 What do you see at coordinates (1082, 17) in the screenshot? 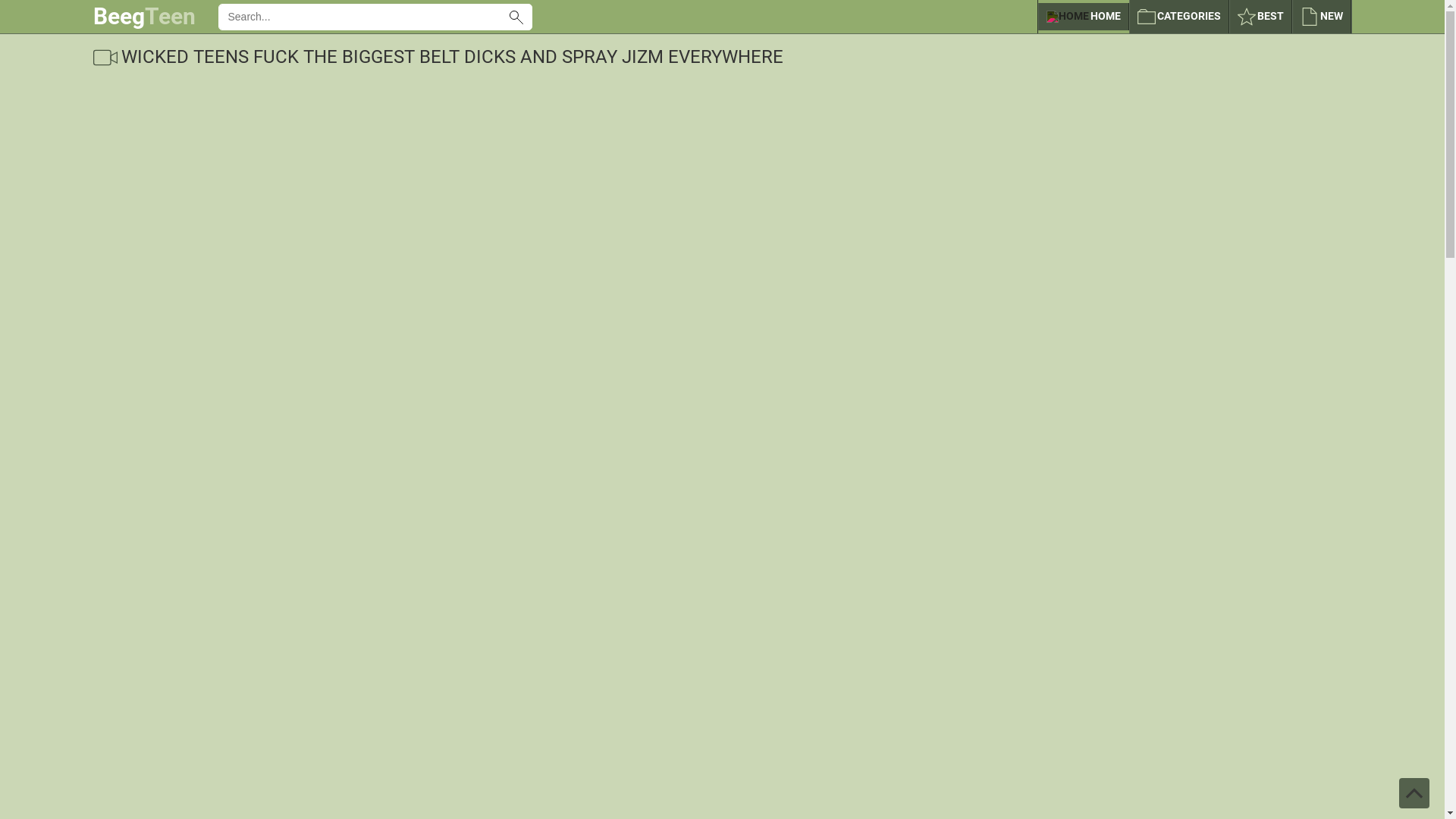
I see `'HOME'` at bounding box center [1082, 17].